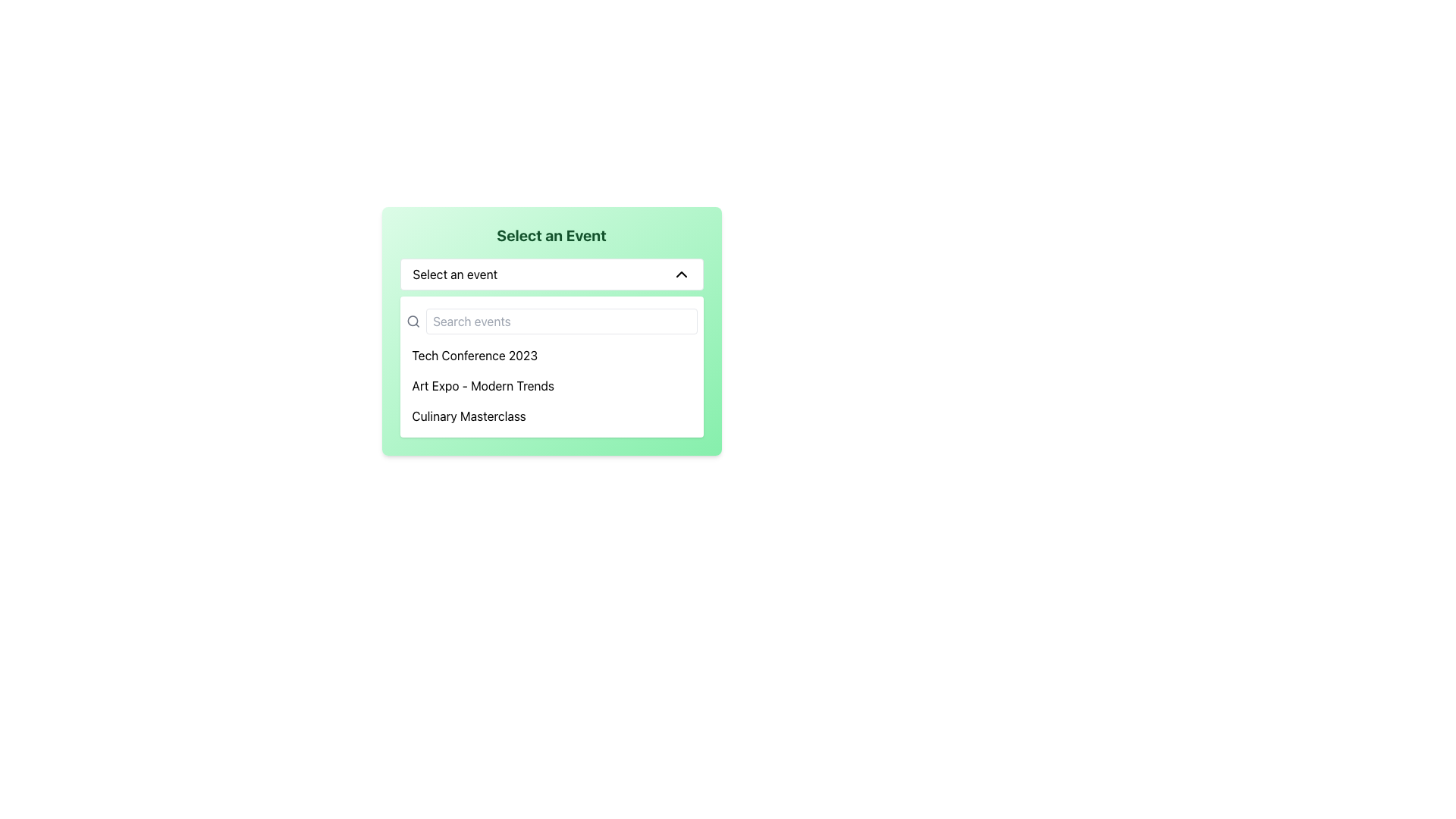 This screenshot has width=1456, height=819. I want to click on the dropdown menu item labeled 'Tech Conference 2023', so click(551, 356).